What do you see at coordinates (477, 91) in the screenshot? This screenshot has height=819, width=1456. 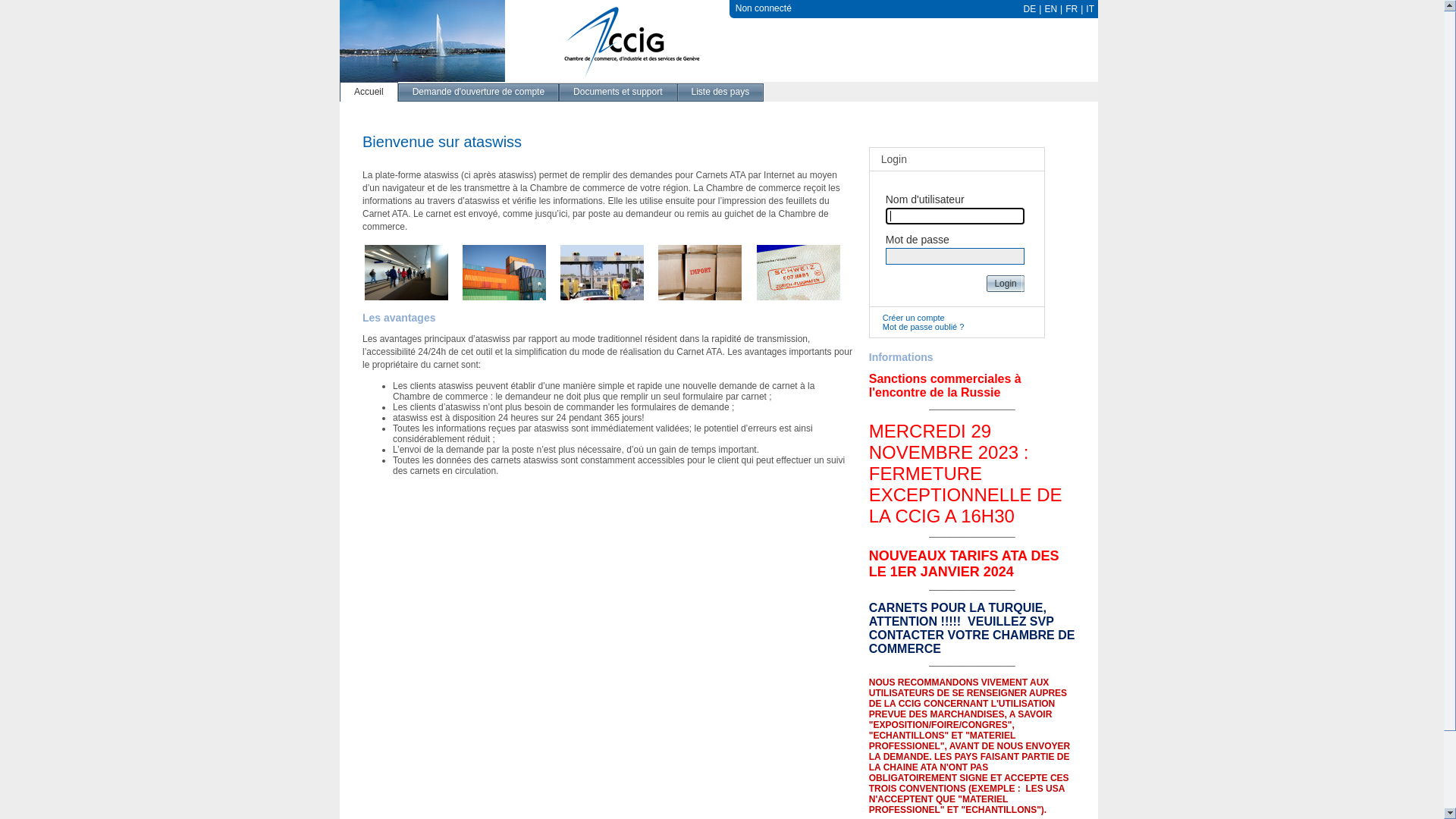 I see `'Demande d'ouverture de compte'` at bounding box center [477, 91].